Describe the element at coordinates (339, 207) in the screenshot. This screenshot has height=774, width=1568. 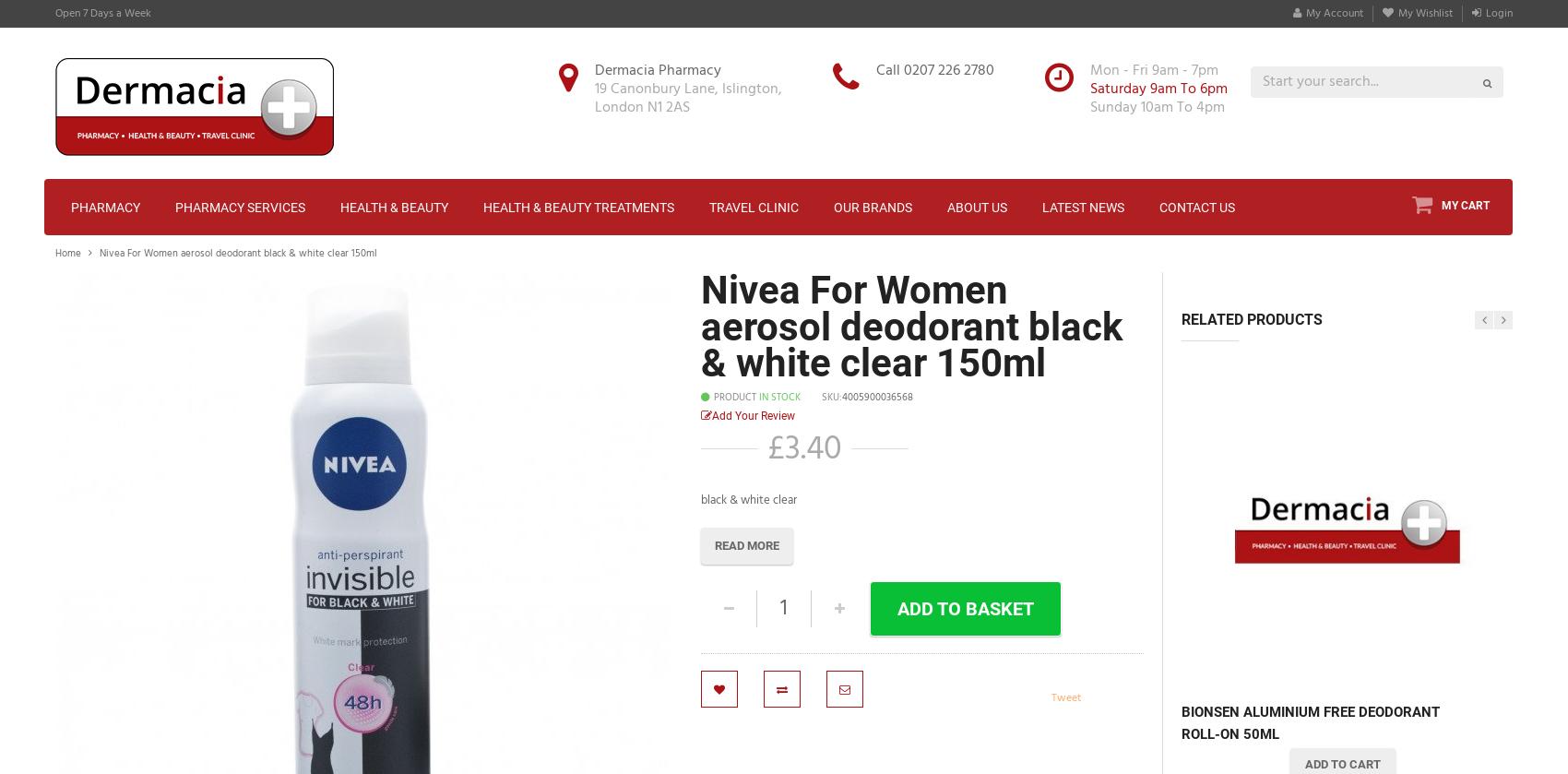
I see `'Health & Beauty'` at that location.